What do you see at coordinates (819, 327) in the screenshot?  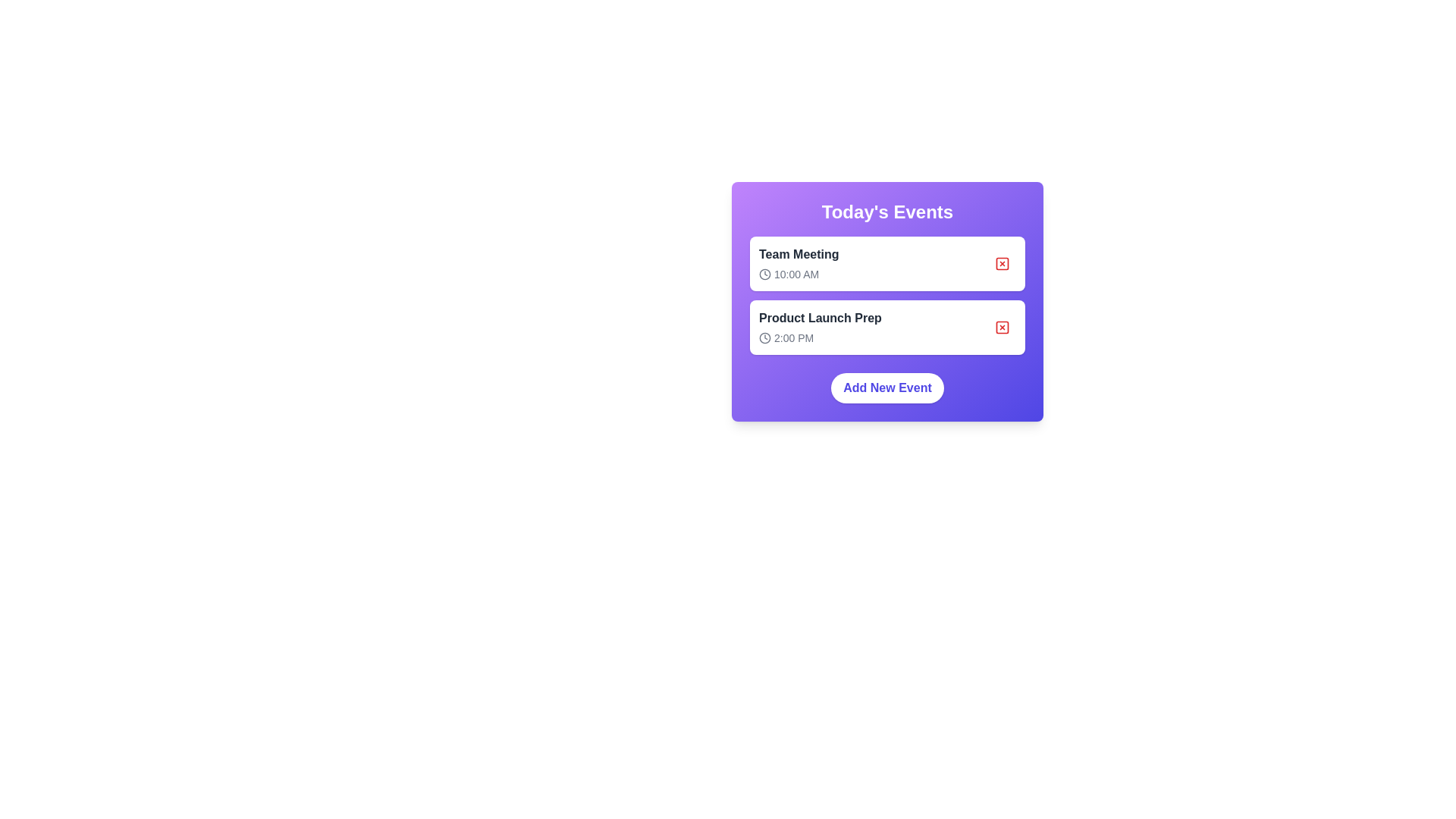 I see `the list item titled 'Product Launch Prep'` at bounding box center [819, 327].